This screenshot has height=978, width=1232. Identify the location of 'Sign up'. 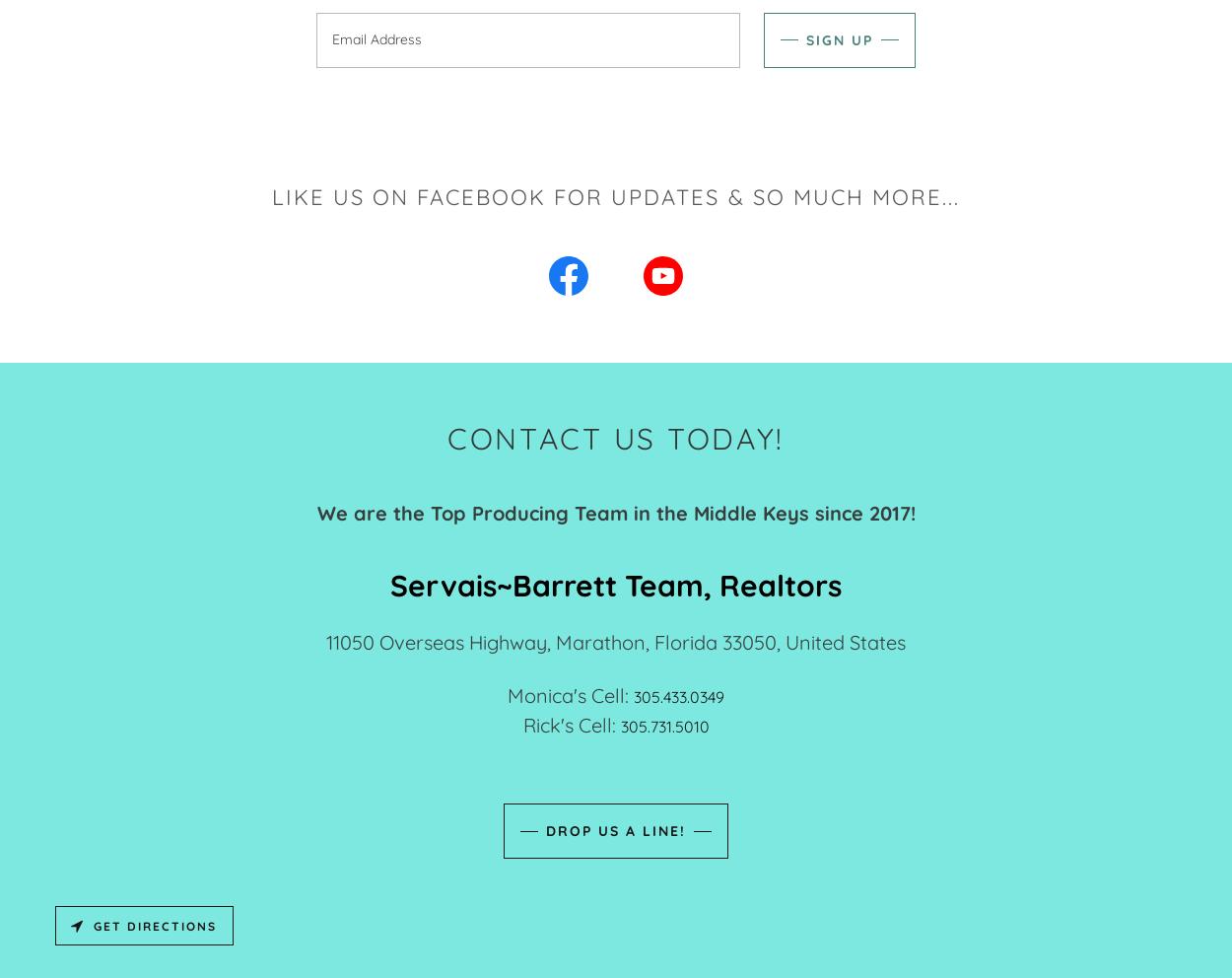
(839, 37).